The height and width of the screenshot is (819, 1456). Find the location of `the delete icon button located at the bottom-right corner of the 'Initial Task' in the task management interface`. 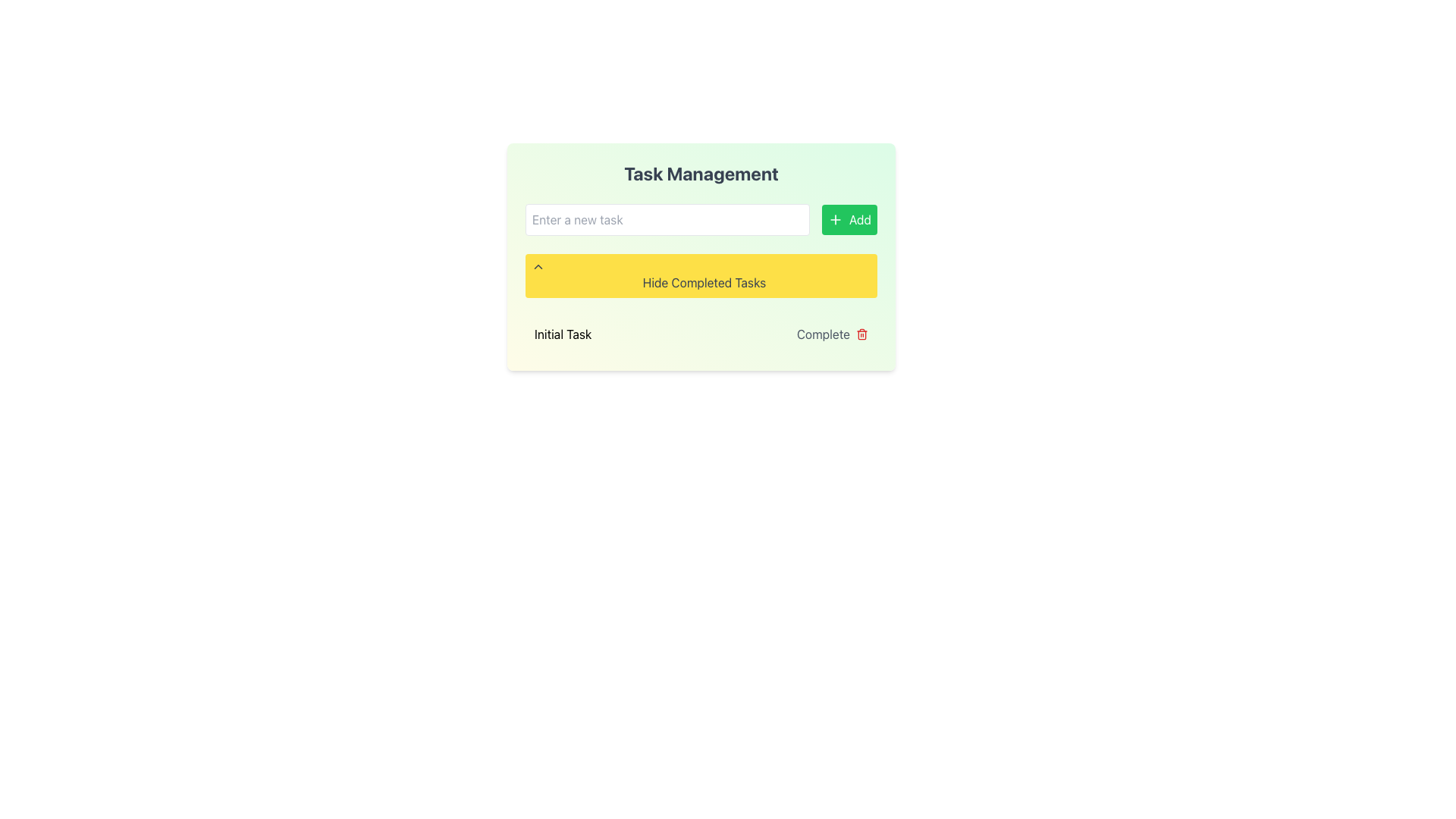

the delete icon button located at the bottom-right corner of the 'Initial Task' in the task management interface is located at coordinates (862, 333).